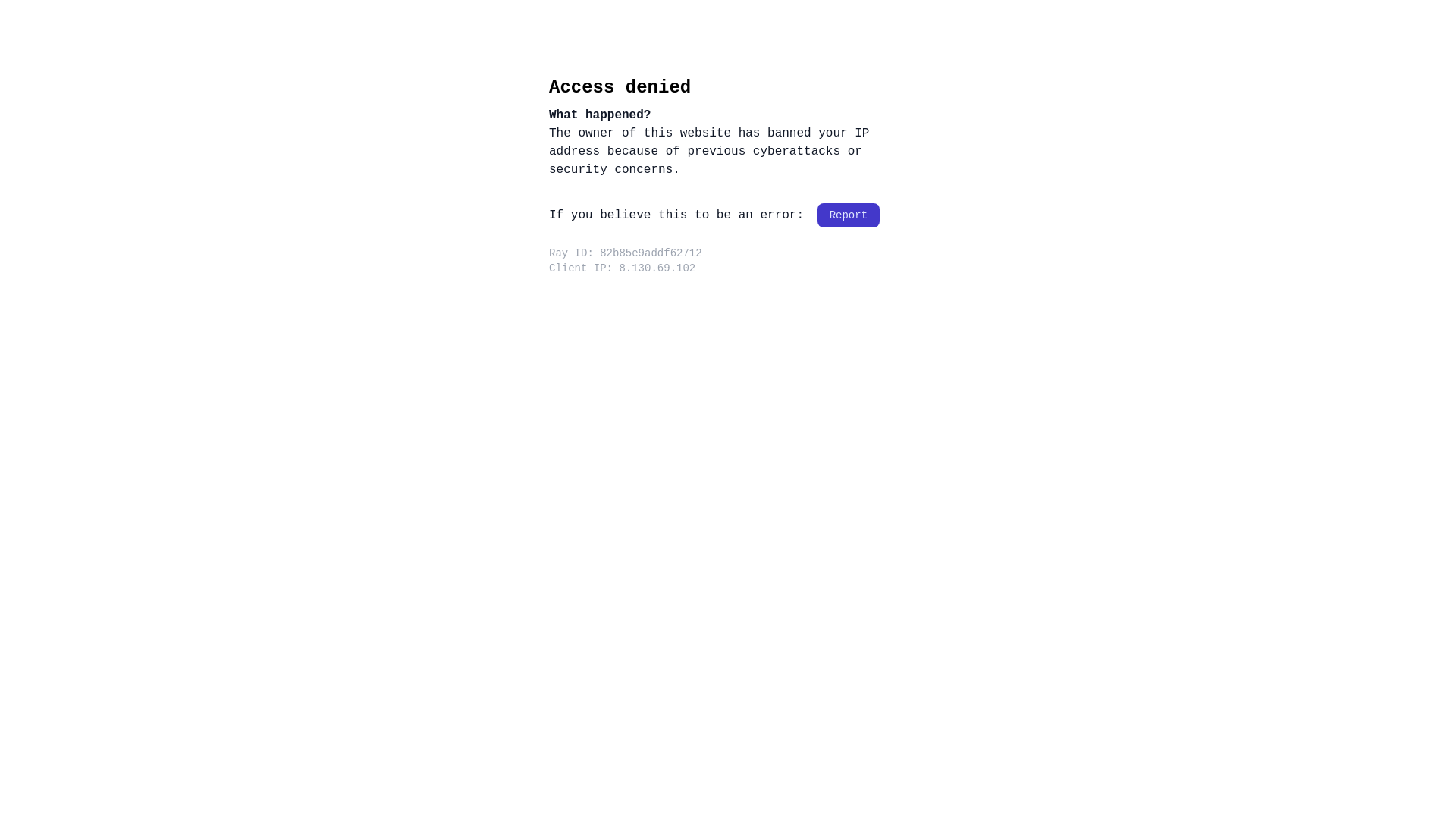 This screenshot has width=1456, height=819. What do you see at coordinates (847, 215) in the screenshot?
I see `'Report'` at bounding box center [847, 215].